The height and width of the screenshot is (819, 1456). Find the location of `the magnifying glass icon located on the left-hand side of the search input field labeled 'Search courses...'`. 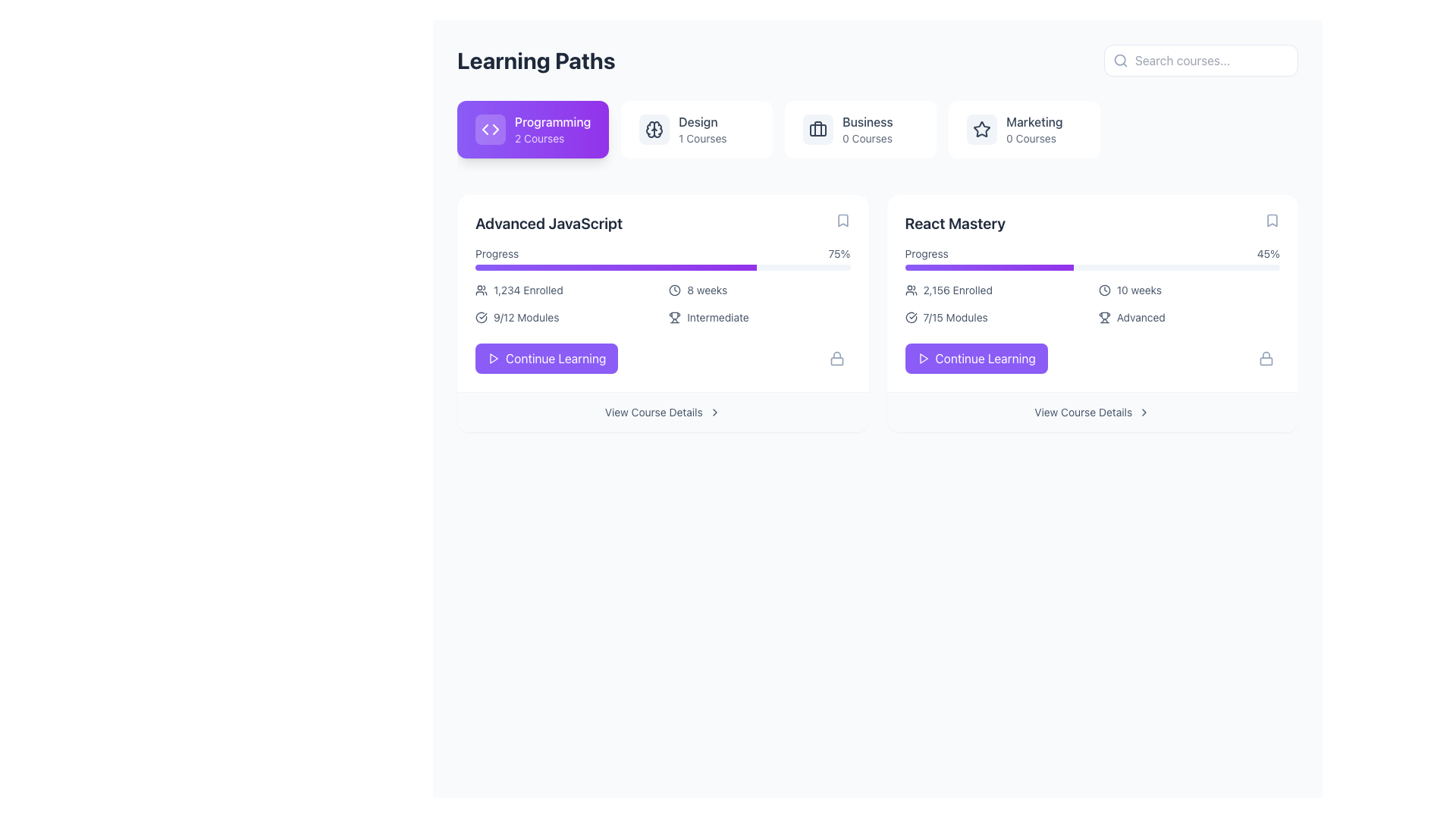

the magnifying glass icon located on the left-hand side of the search input field labeled 'Search courses...' is located at coordinates (1121, 60).